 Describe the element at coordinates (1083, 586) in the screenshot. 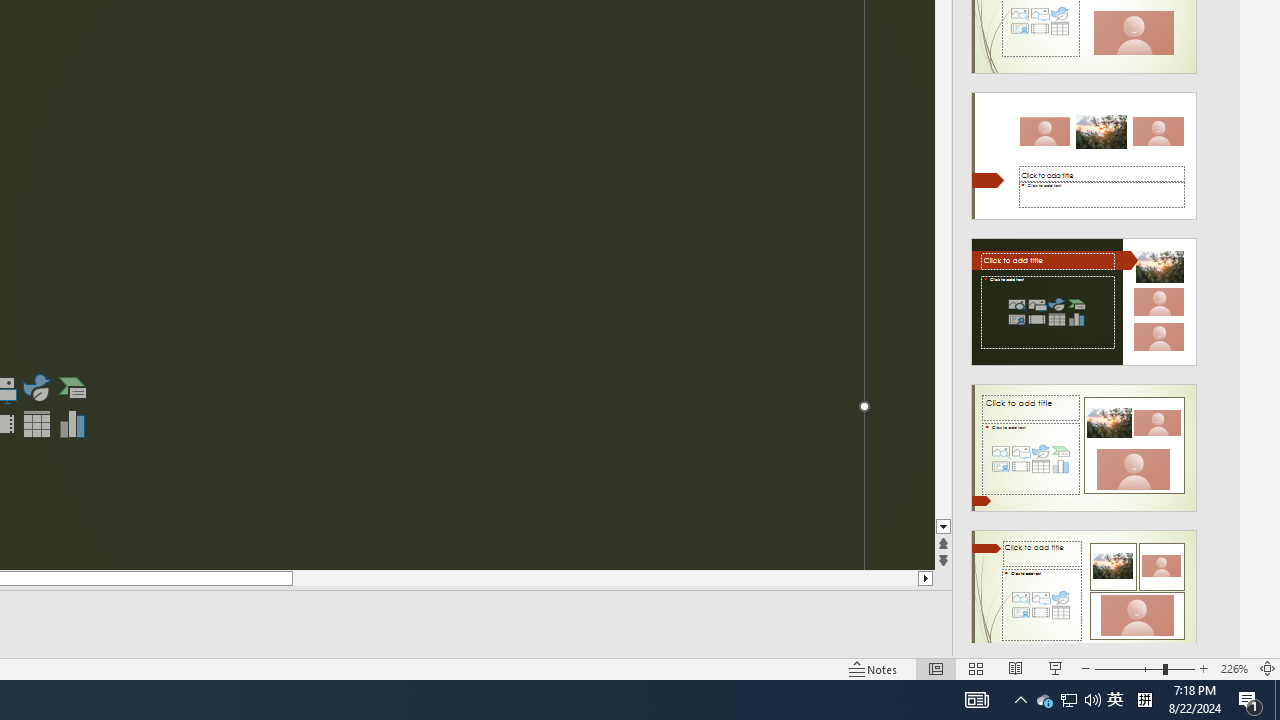

I see `'Design Idea'` at that location.